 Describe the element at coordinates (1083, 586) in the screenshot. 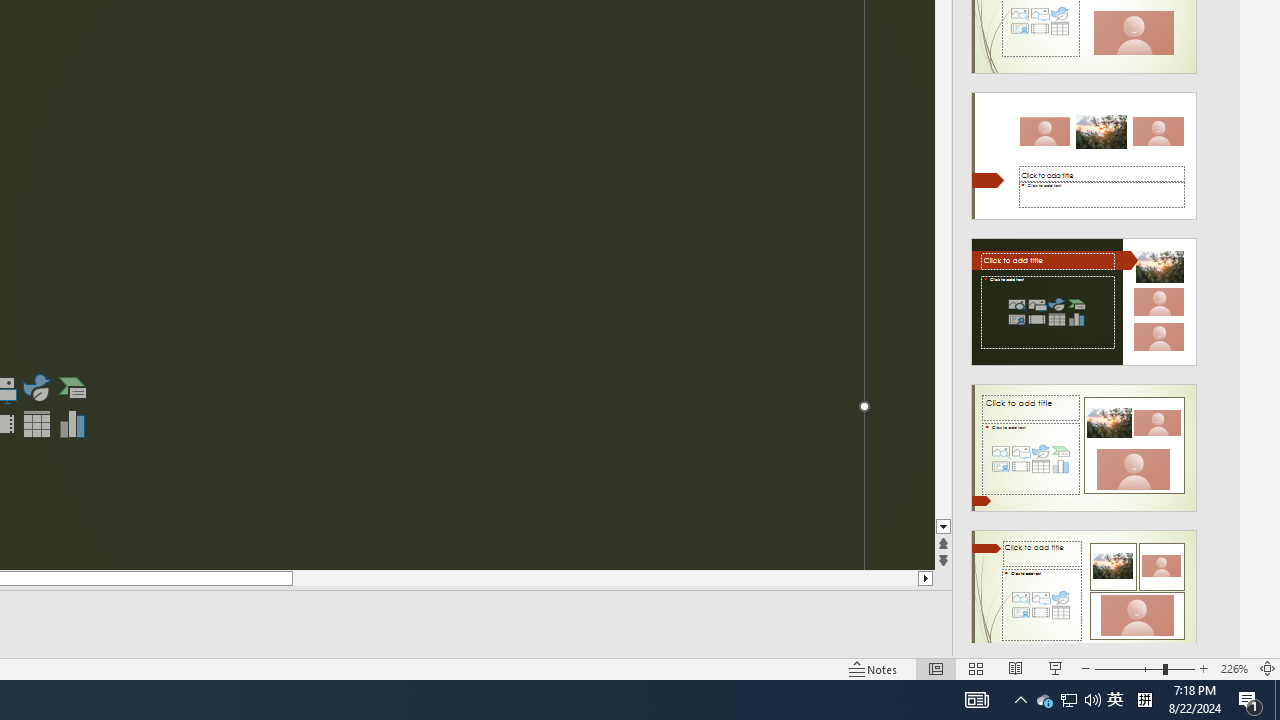

I see `'Design Idea'` at that location.